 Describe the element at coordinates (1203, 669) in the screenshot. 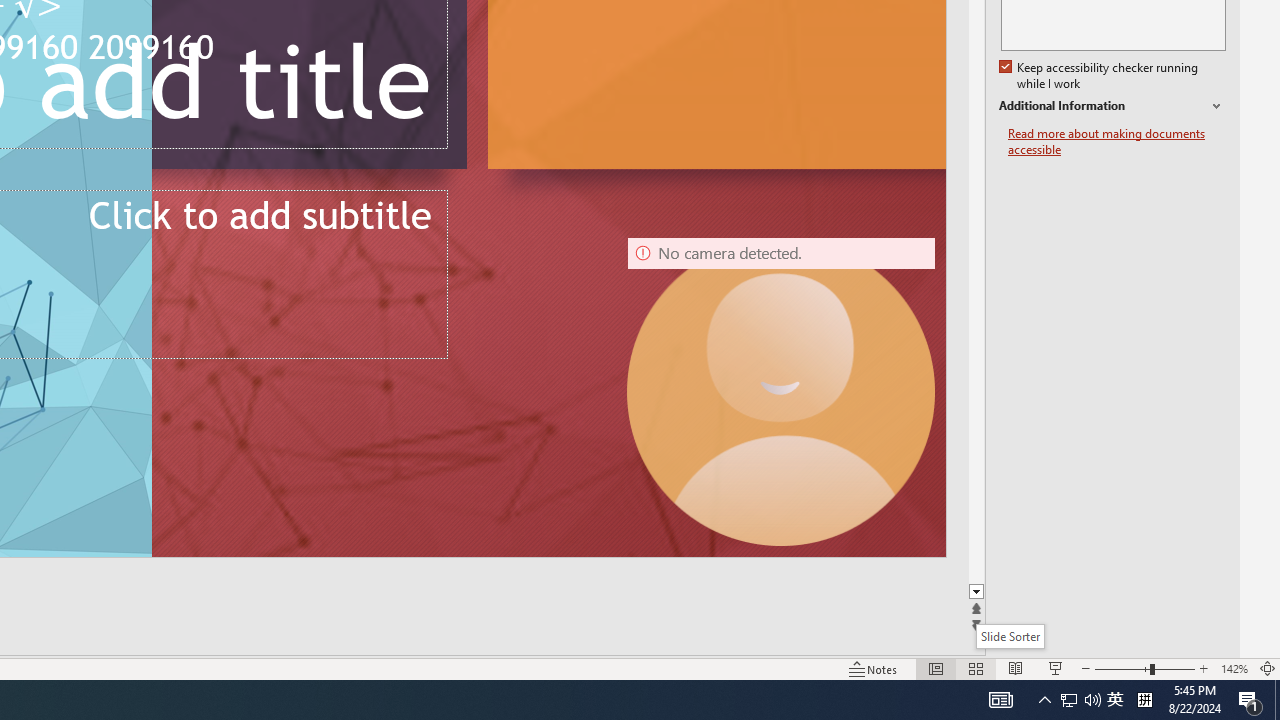

I see `'Zoom In'` at that location.